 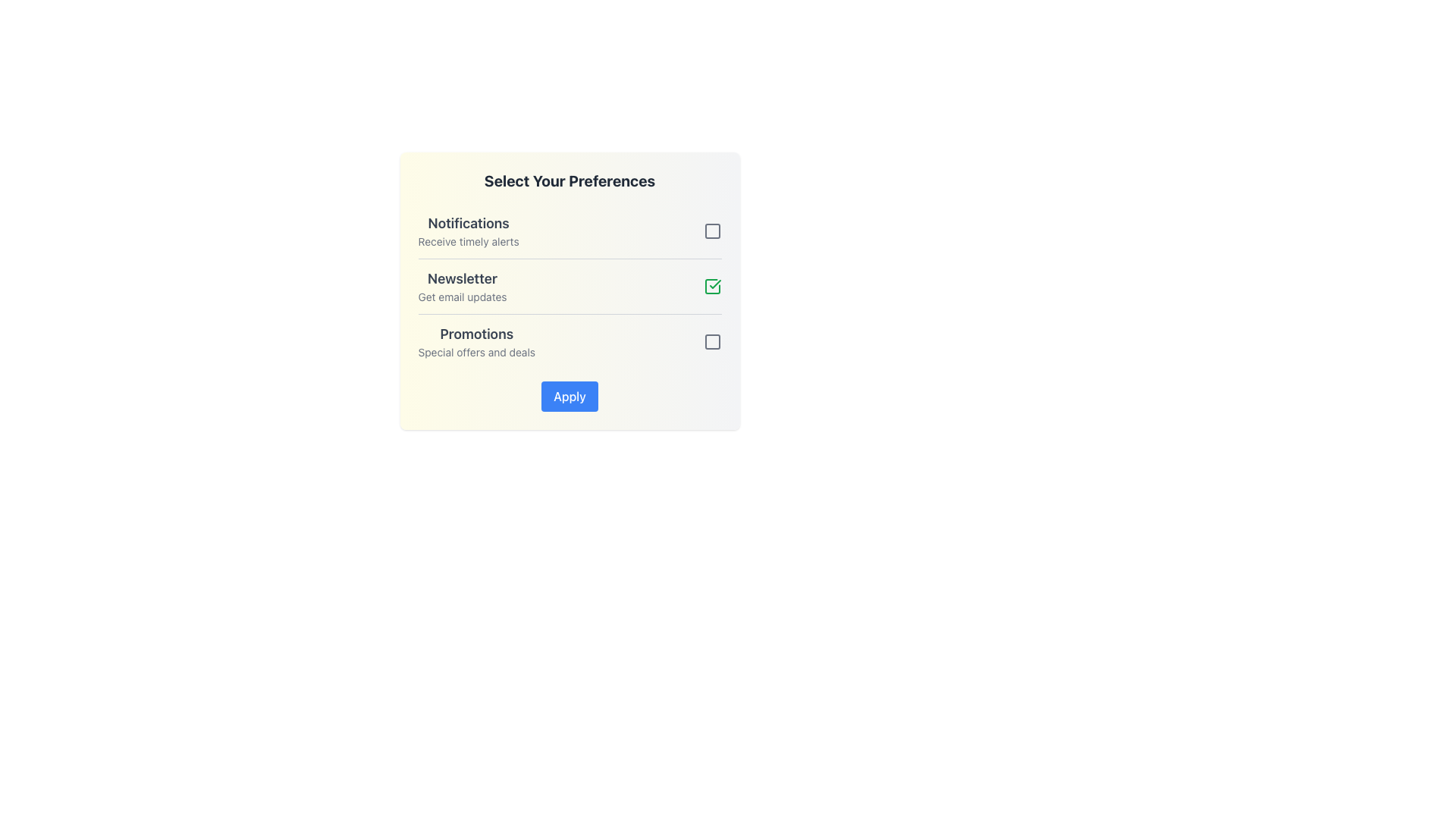 What do you see at coordinates (569, 396) in the screenshot?
I see `the action-triggering button located at the bottom center of the 'Select Your Preferences' panel` at bounding box center [569, 396].